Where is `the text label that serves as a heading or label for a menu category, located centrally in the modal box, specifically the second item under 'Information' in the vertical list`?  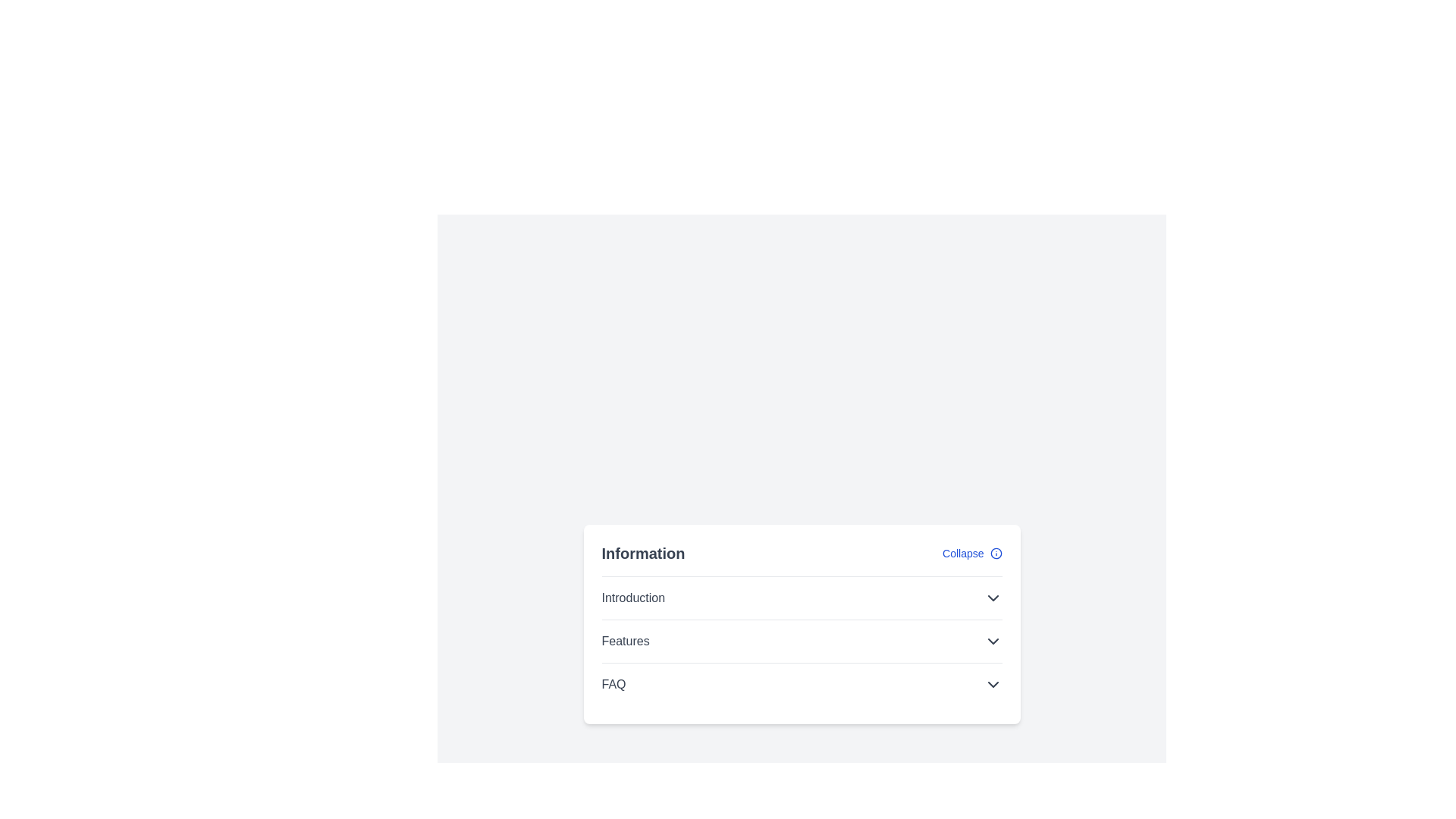
the text label that serves as a heading or label for a menu category, located centrally in the modal box, specifically the second item under 'Information' in the vertical list is located at coordinates (626, 641).